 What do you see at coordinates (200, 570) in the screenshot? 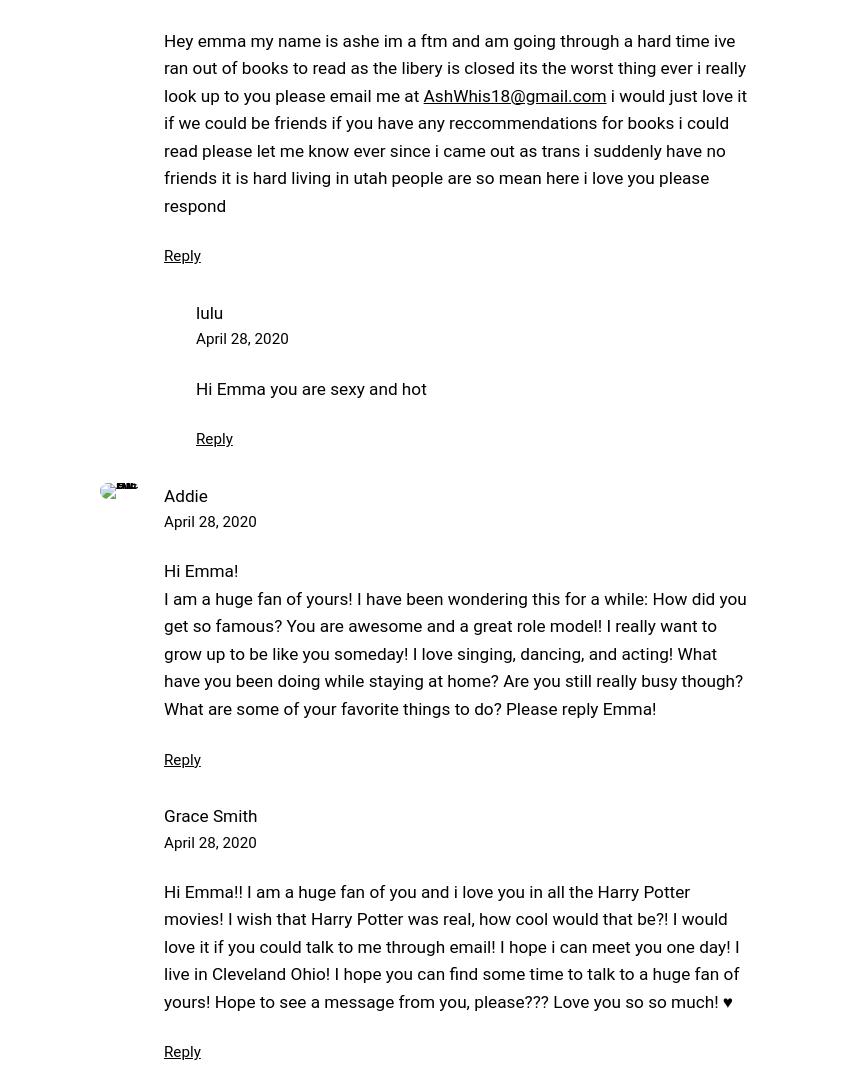
I see `'Hi Emma!'` at bounding box center [200, 570].